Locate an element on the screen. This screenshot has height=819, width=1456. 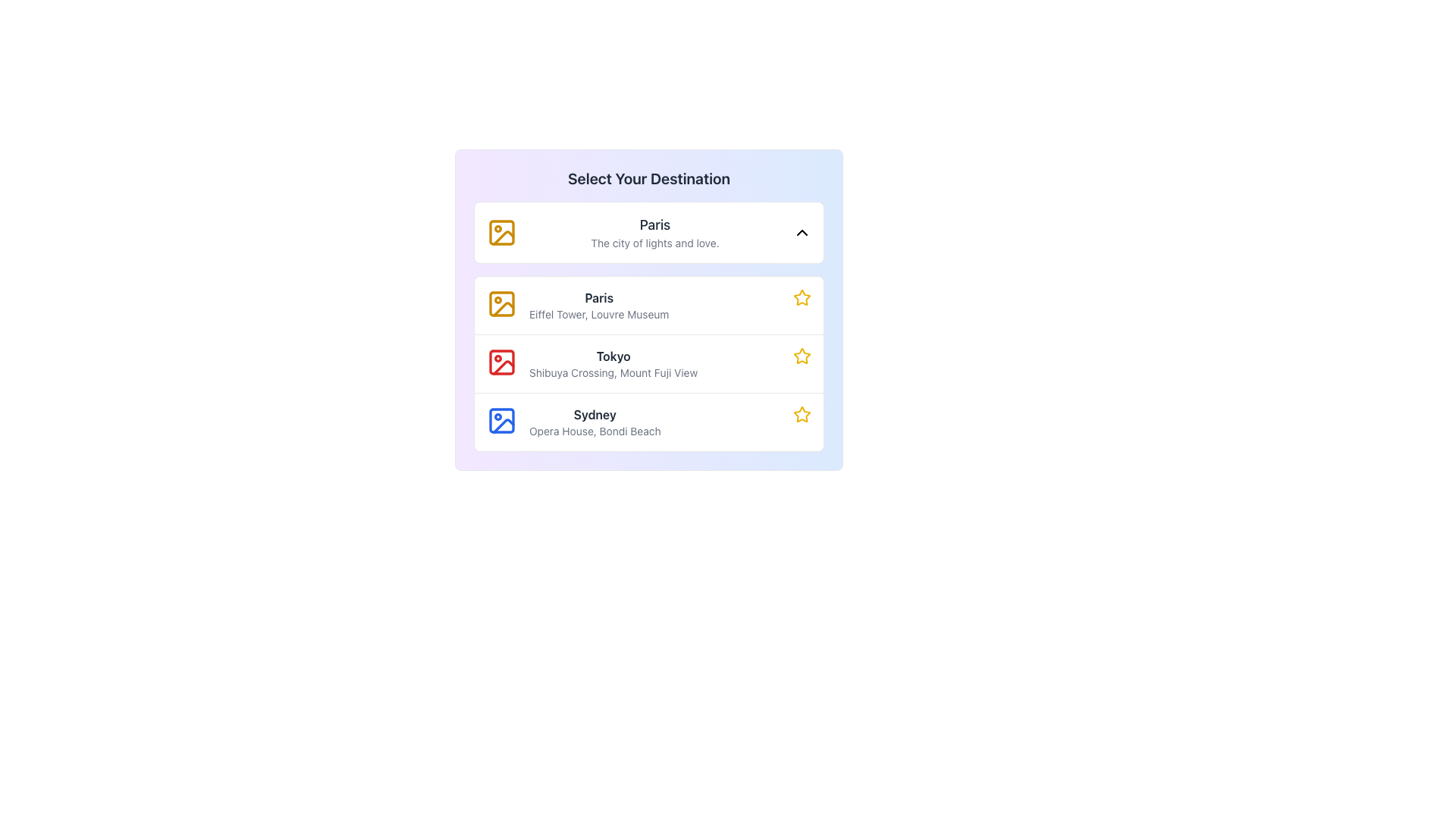
the Tokyo destination icon, which is located in the second row of a vertical list interface, positioned to the left of the text 'Tokyo' is located at coordinates (504, 367).